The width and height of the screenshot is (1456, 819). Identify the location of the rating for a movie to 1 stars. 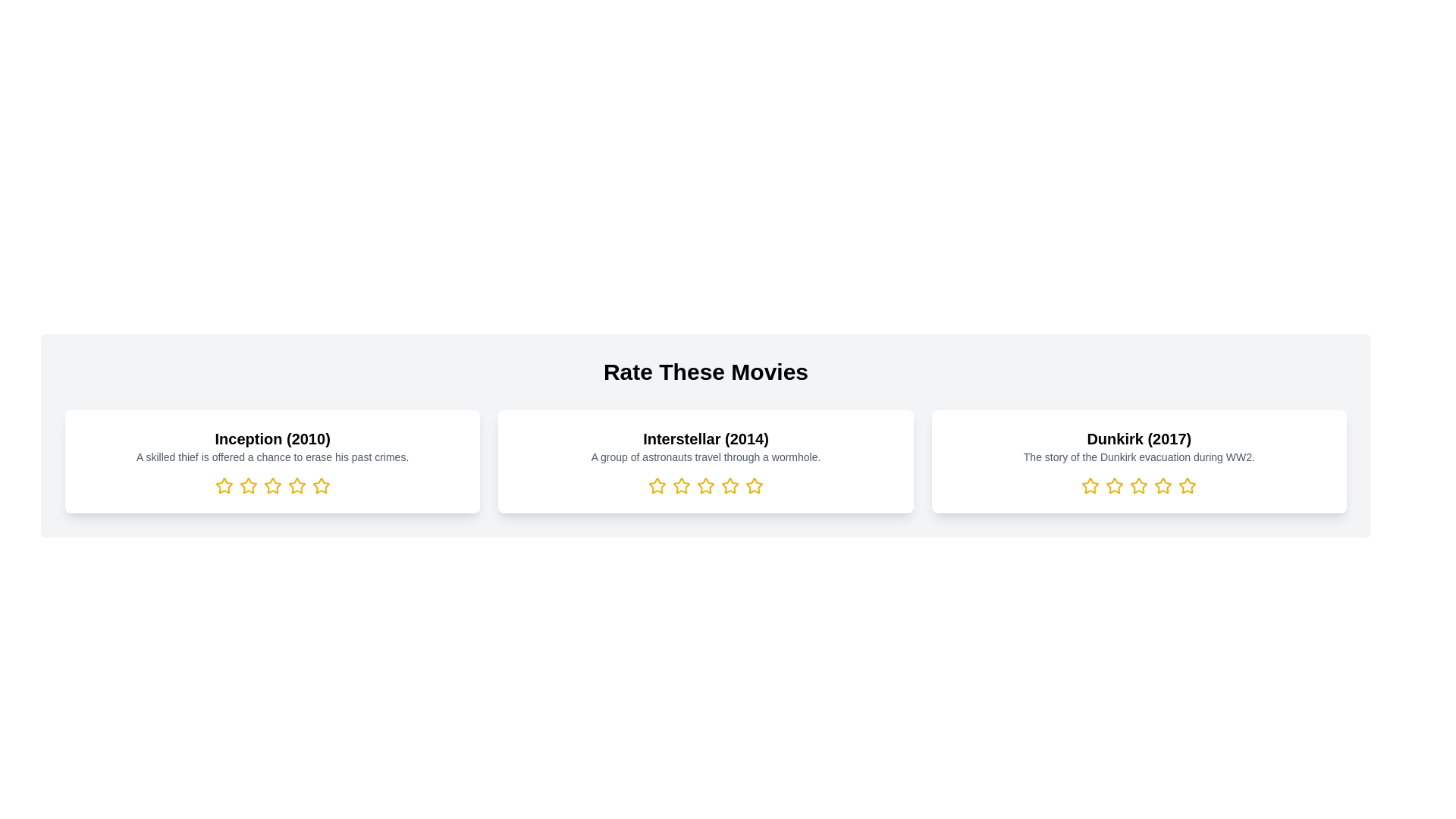
(223, 485).